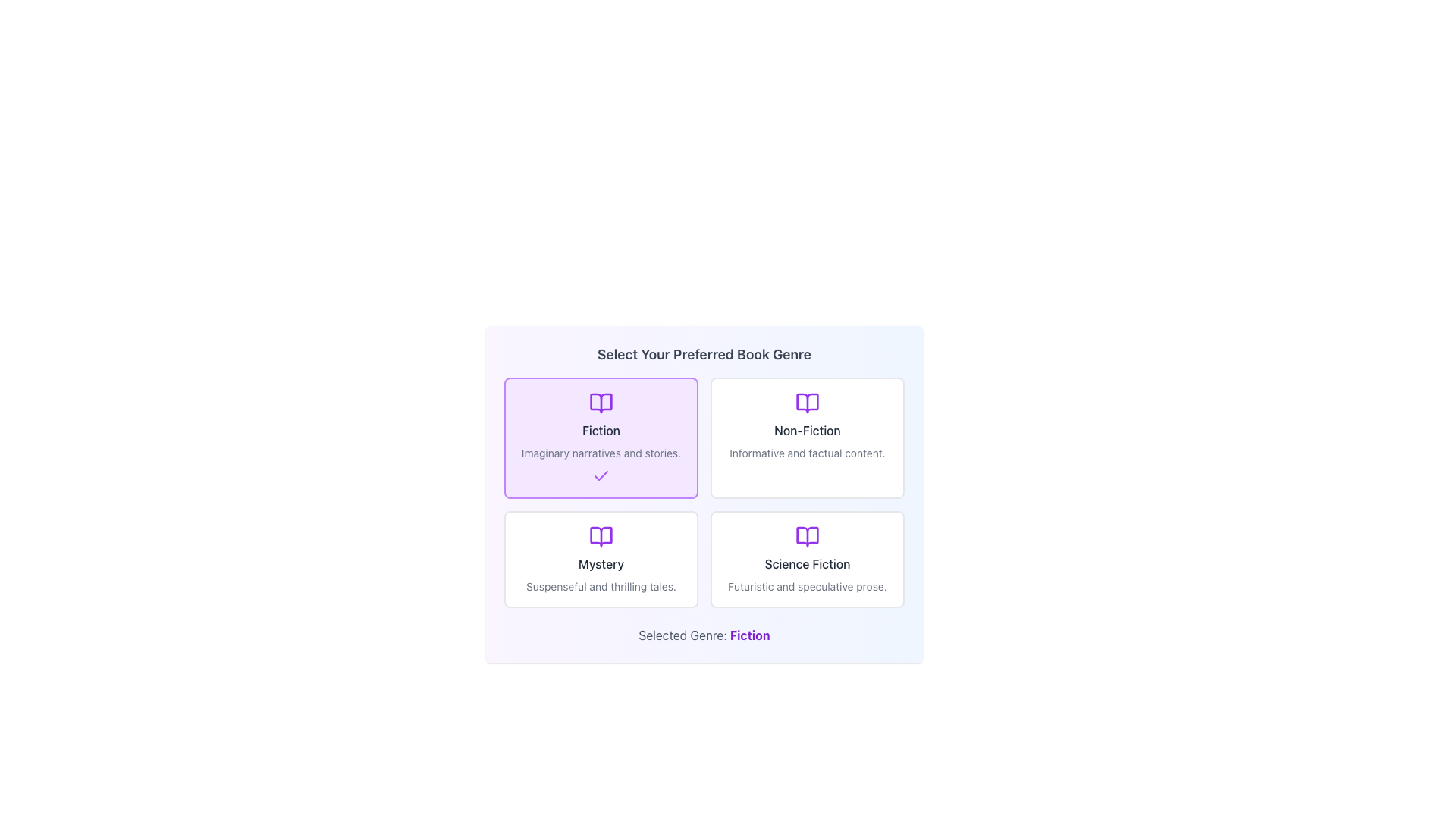 The height and width of the screenshot is (819, 1456). I want to click on the left side of the book icon in the 'Non-Fiction' button located in the top-right square of the option grid, so click(807, 403).